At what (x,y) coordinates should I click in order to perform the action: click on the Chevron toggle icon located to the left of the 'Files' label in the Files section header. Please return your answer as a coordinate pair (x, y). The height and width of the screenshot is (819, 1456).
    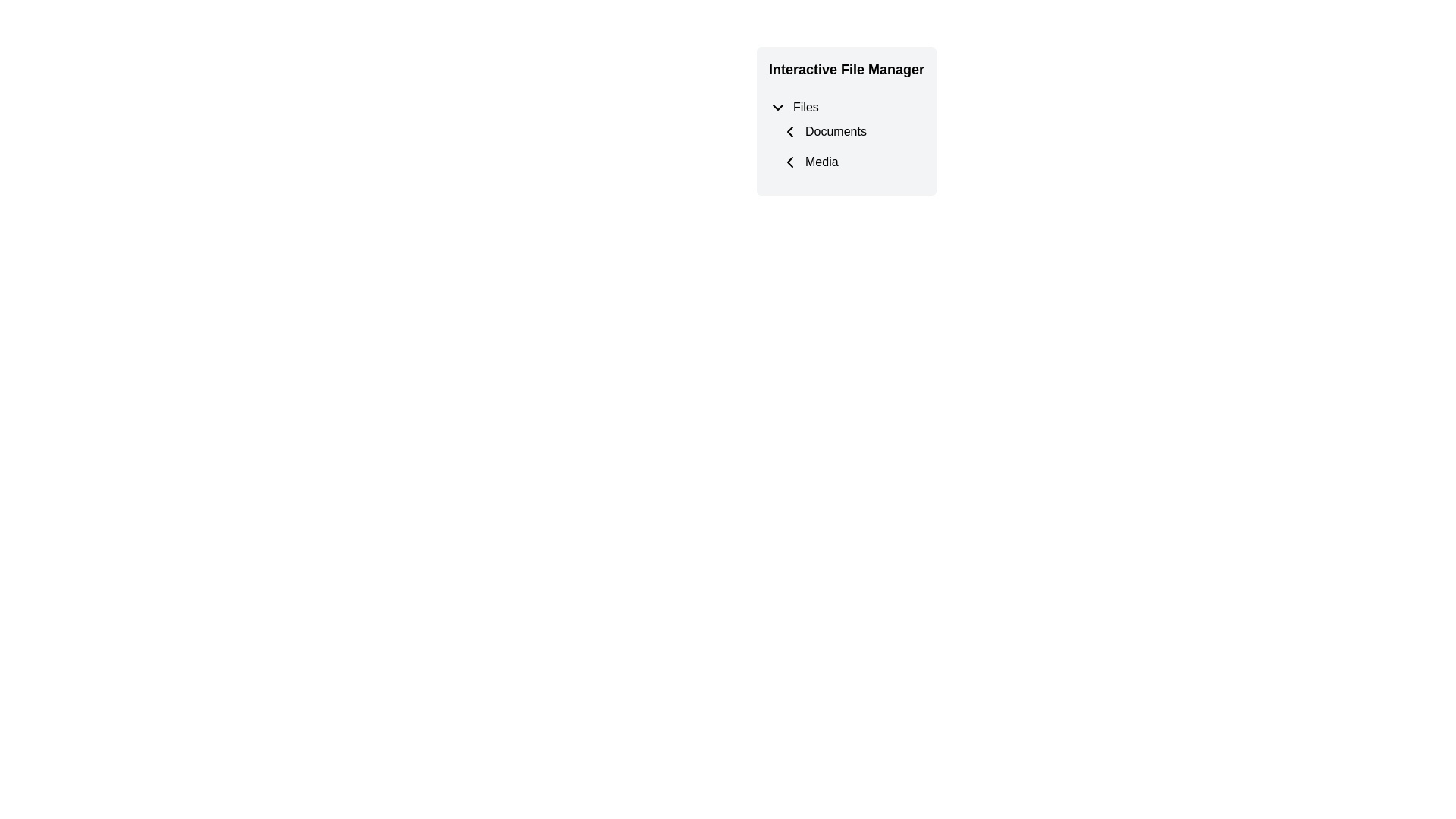
    Looking at the image, I should click on (778, 107).